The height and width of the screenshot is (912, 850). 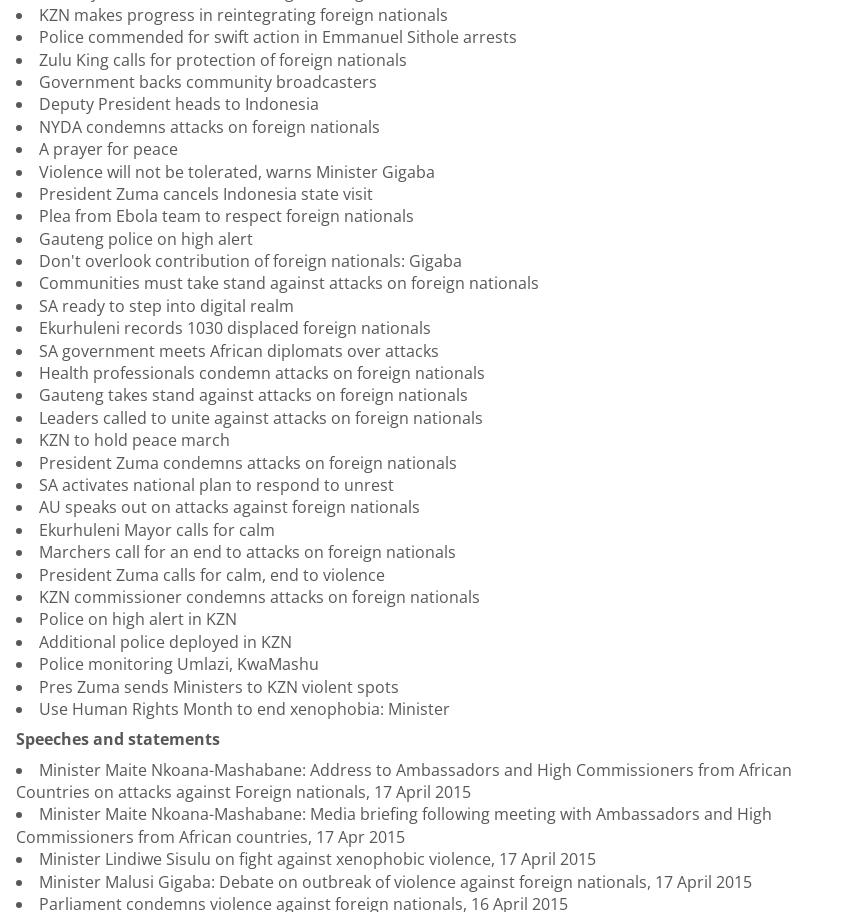 I want to click on 'Deputy President heads to Indonesia', so click(x=178, y=103).